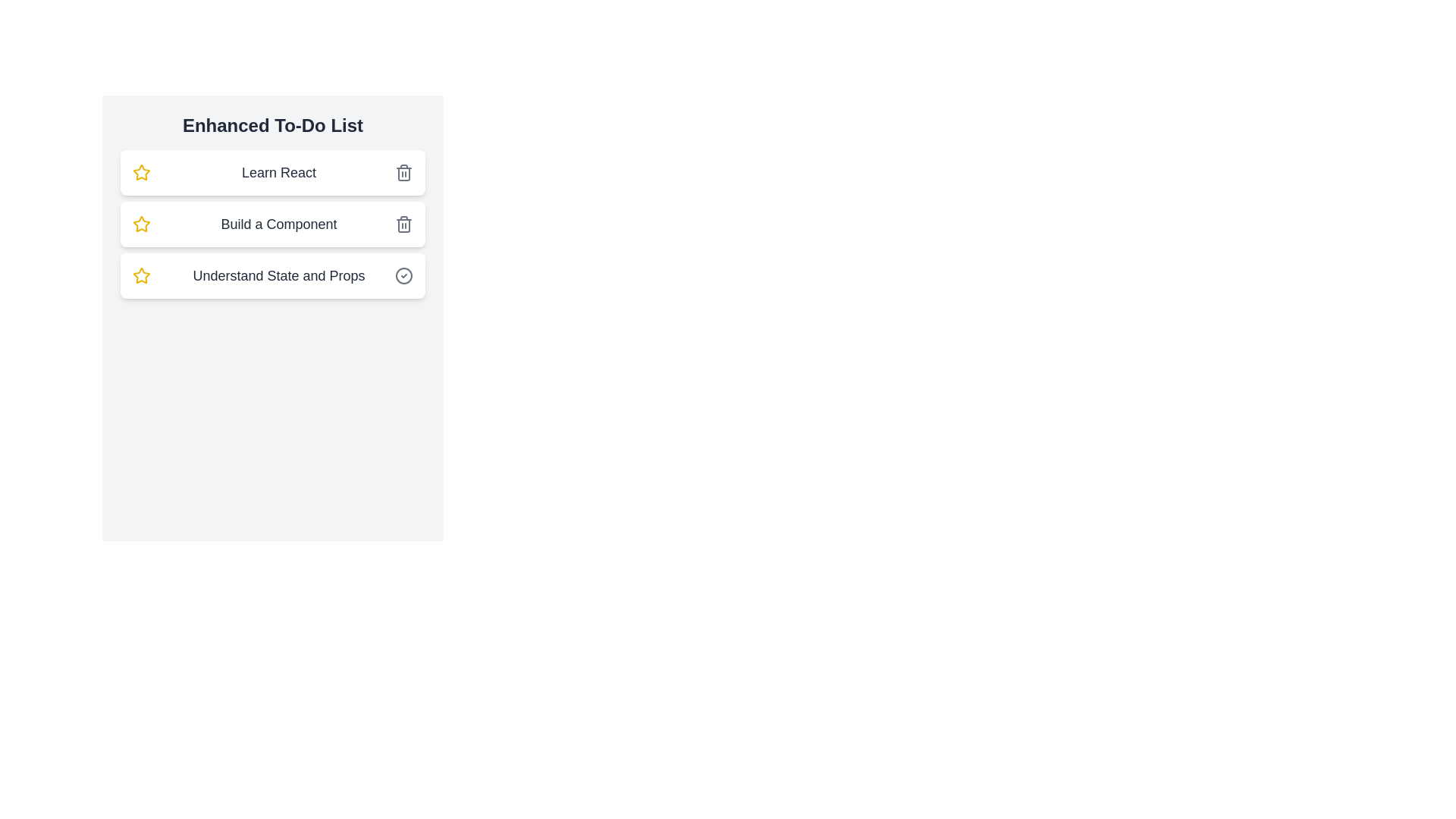 This screenshot has width=1456, height=819. Describe the element at coordinates (273, 171) in the screenshot. I see `the text 'Learn React' in the first List item of the Enhanced To-Do List` at that location.